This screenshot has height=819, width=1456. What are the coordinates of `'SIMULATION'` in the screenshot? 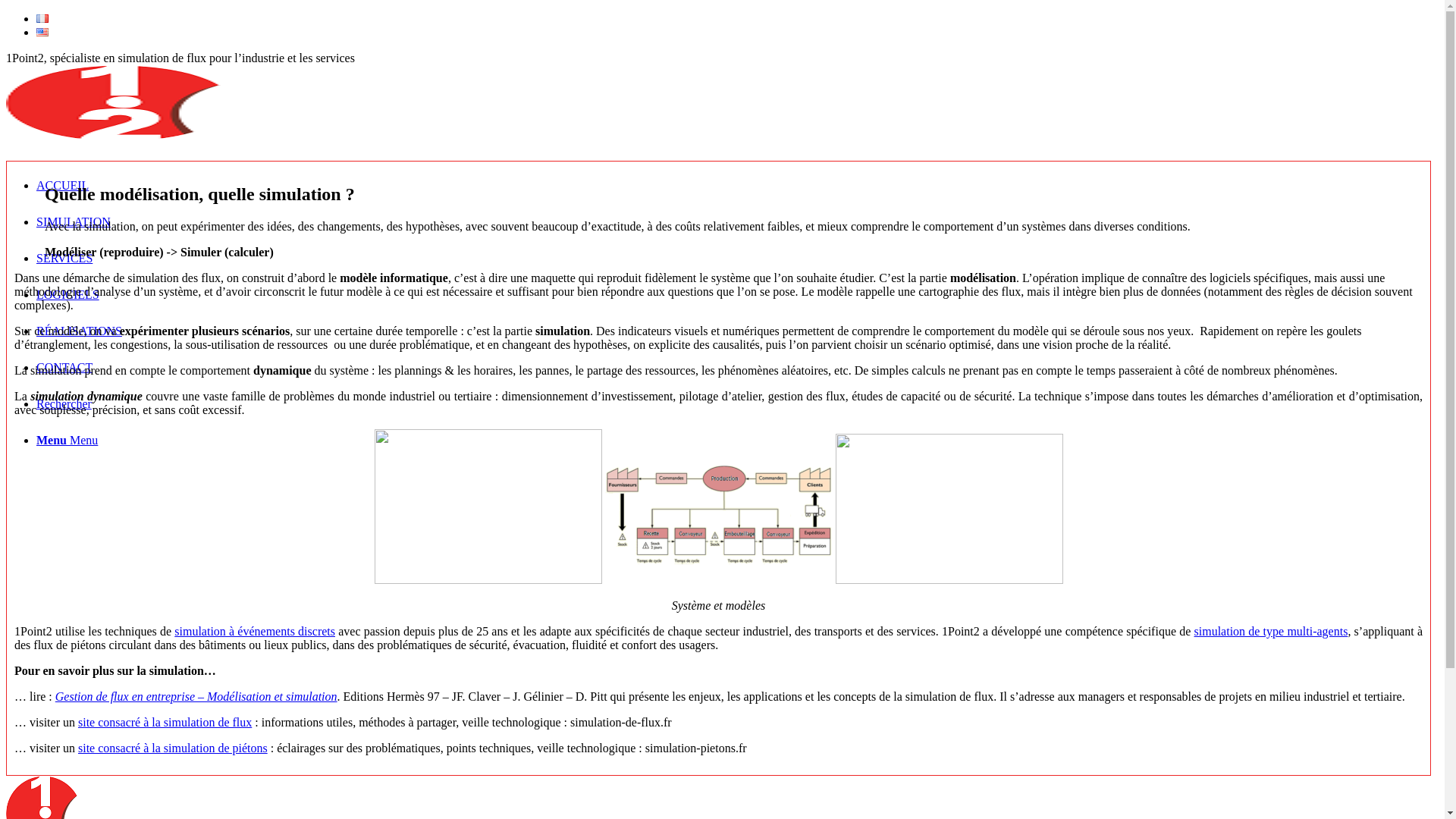 It's located at (72, 221).